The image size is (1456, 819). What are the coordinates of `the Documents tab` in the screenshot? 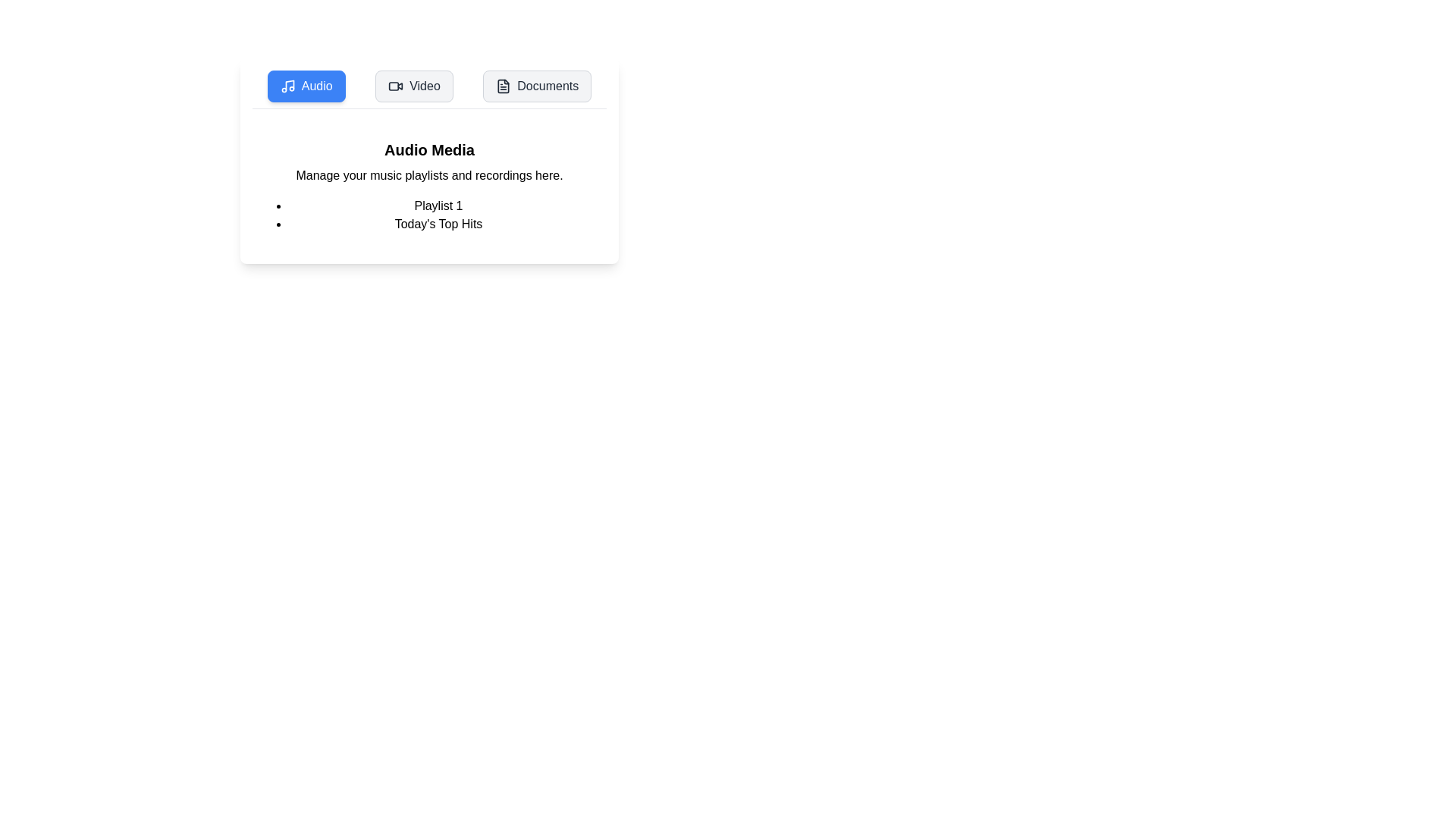 It's located at (538, 86).